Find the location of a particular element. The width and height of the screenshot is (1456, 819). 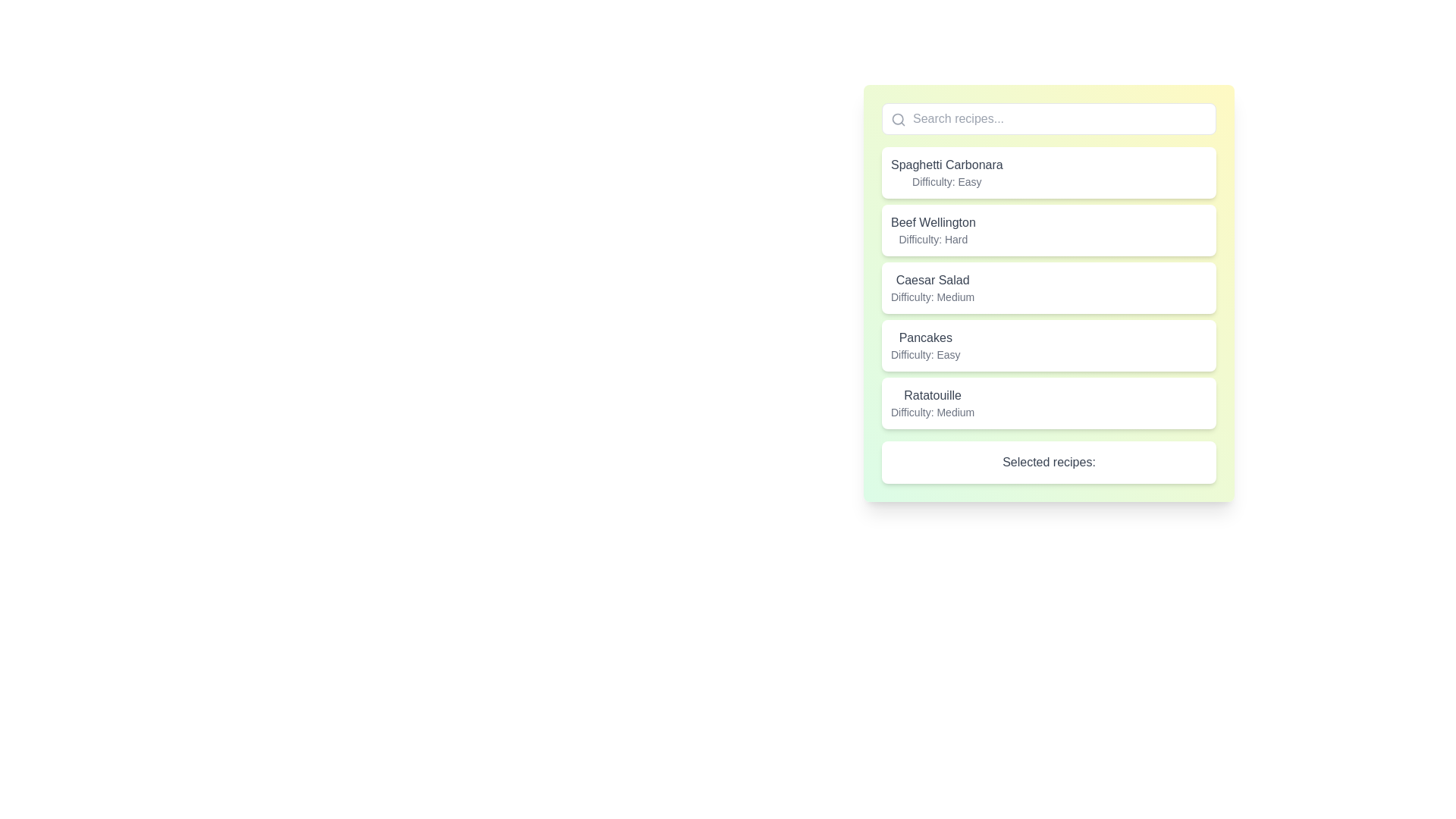

the recipe title text label located at the top of the first card in a vertical list of recipe cards is located at coordinates (946, 165).